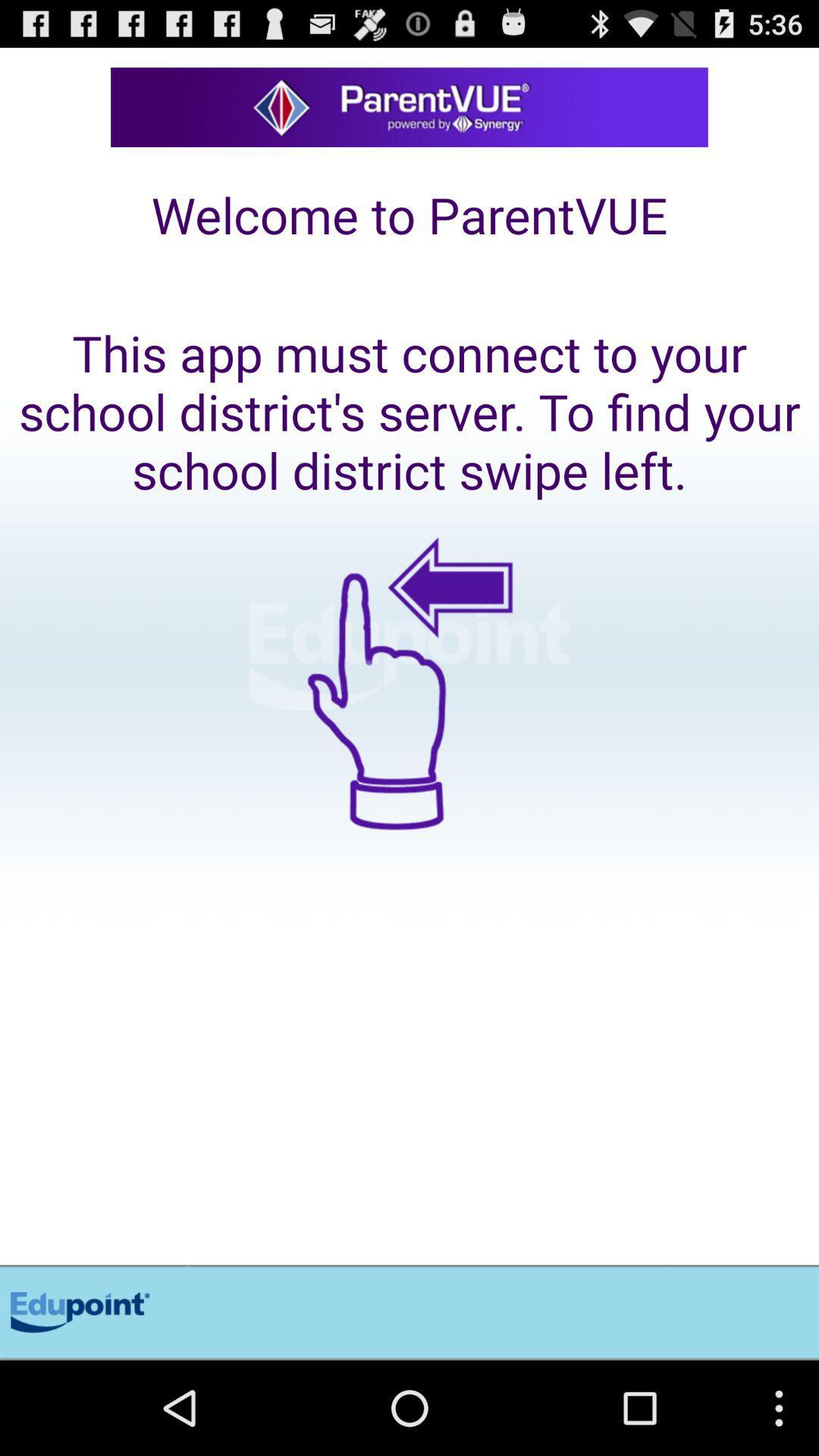 Image resolution: width=819 pixels, height=1456 pixels. Describe the element at coordinates (409, 883) in the screenshot. I see `swipe left to find out more` at that location.